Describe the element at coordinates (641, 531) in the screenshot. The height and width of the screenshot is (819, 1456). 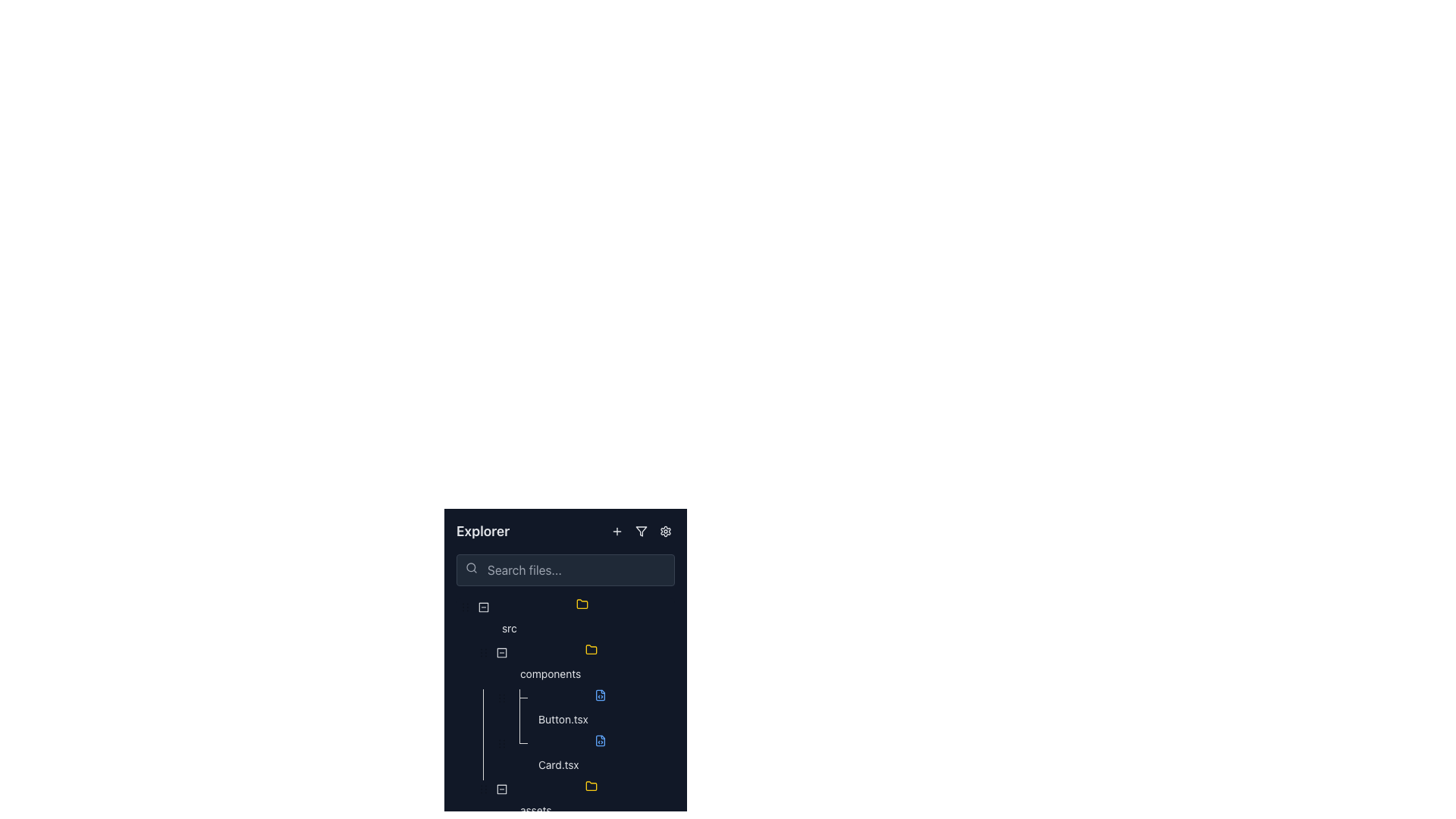
I see `the filter icon button, which resembles a funnel and is located at the top-right corner of the Explorer panel, to invoke its filtering functionality` at that location.